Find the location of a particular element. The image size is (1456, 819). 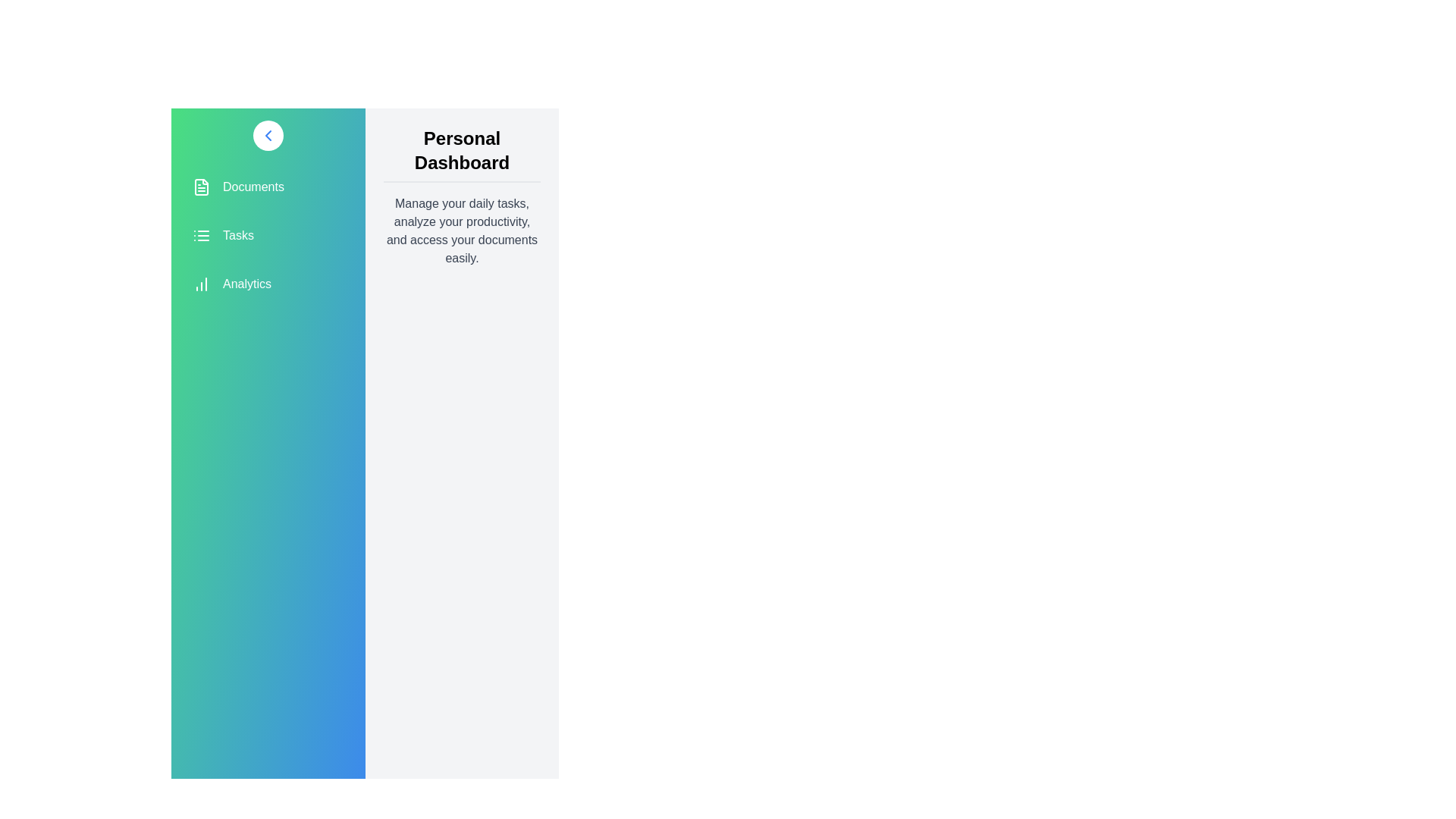

the menu item Analytics from the sidebar menu is located at coordinates (268, 284).